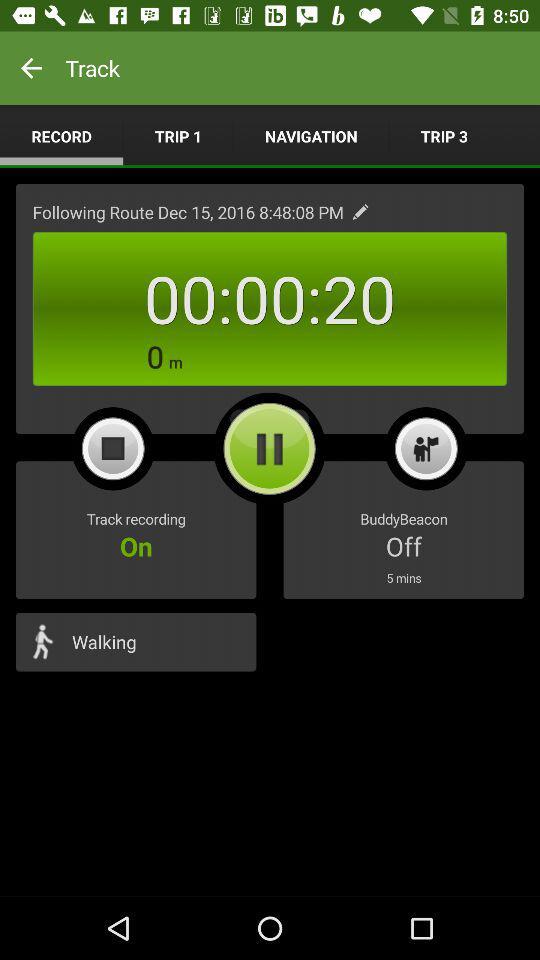 Image resolution: width=540 pixels, height=960 pixels. Describe the element at coordinates (444, 135) in the screenshot. I see `icon next to the navigation icon` at that location.